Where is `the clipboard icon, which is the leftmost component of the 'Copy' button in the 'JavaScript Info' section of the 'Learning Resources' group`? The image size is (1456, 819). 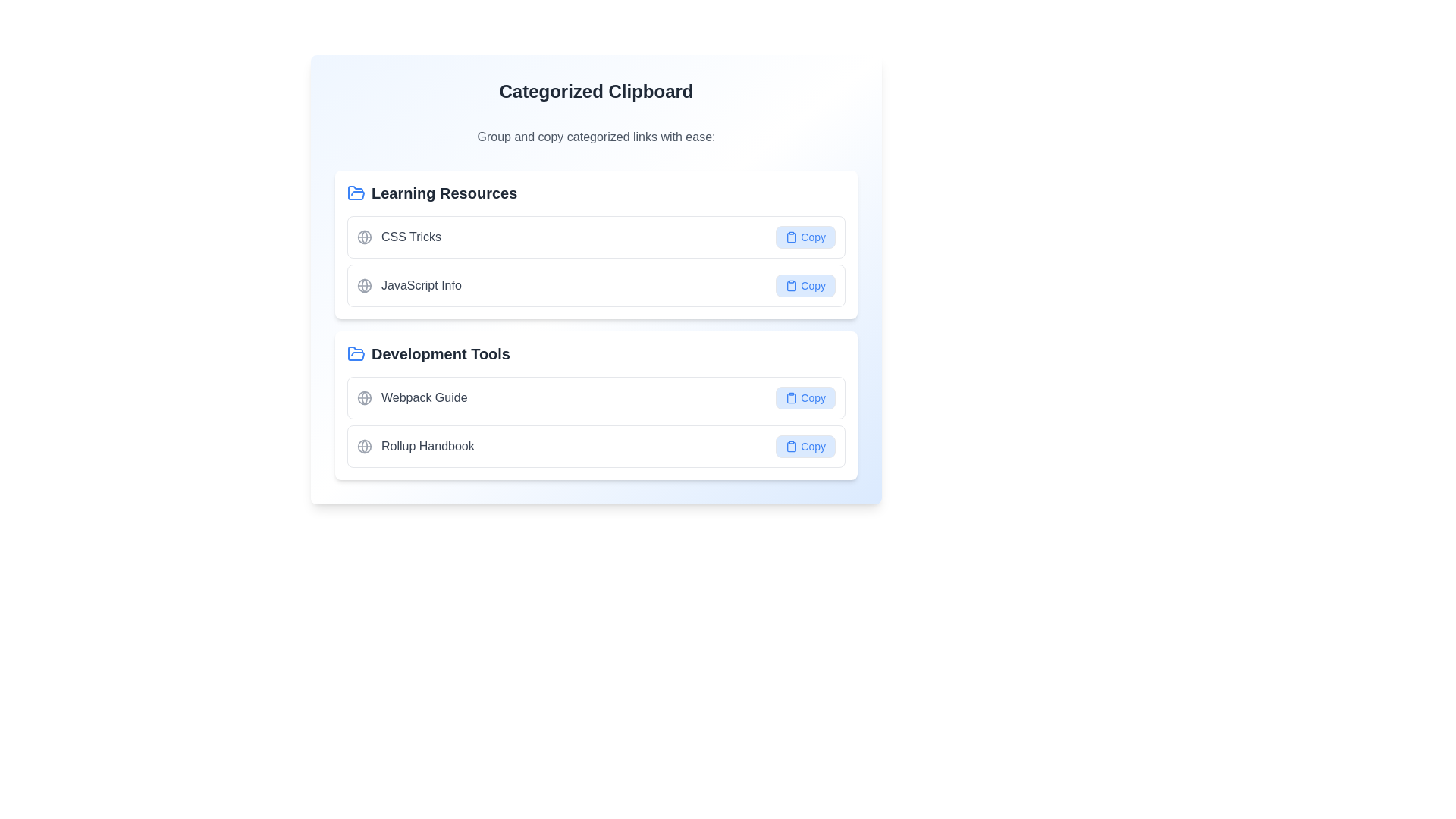 the clipboard icon, which is the leftmost component of the 'Copy' button in the 'JavaScript Info' section of the 'Learning Resources' group is located at coordinates (791, 286).